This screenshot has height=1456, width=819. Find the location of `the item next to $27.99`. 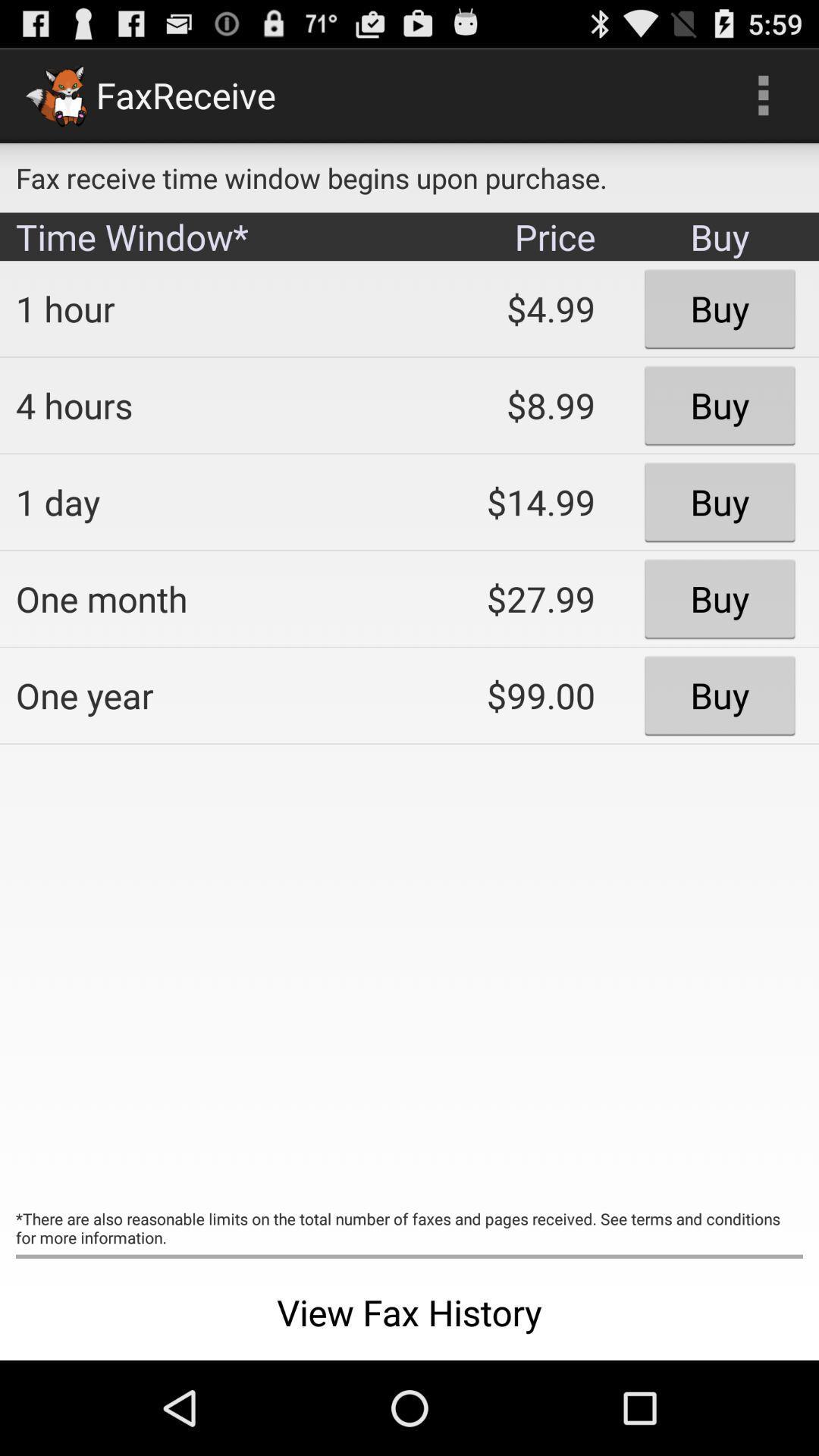

the item next to $27.99 is located at coordinates (201, 695).